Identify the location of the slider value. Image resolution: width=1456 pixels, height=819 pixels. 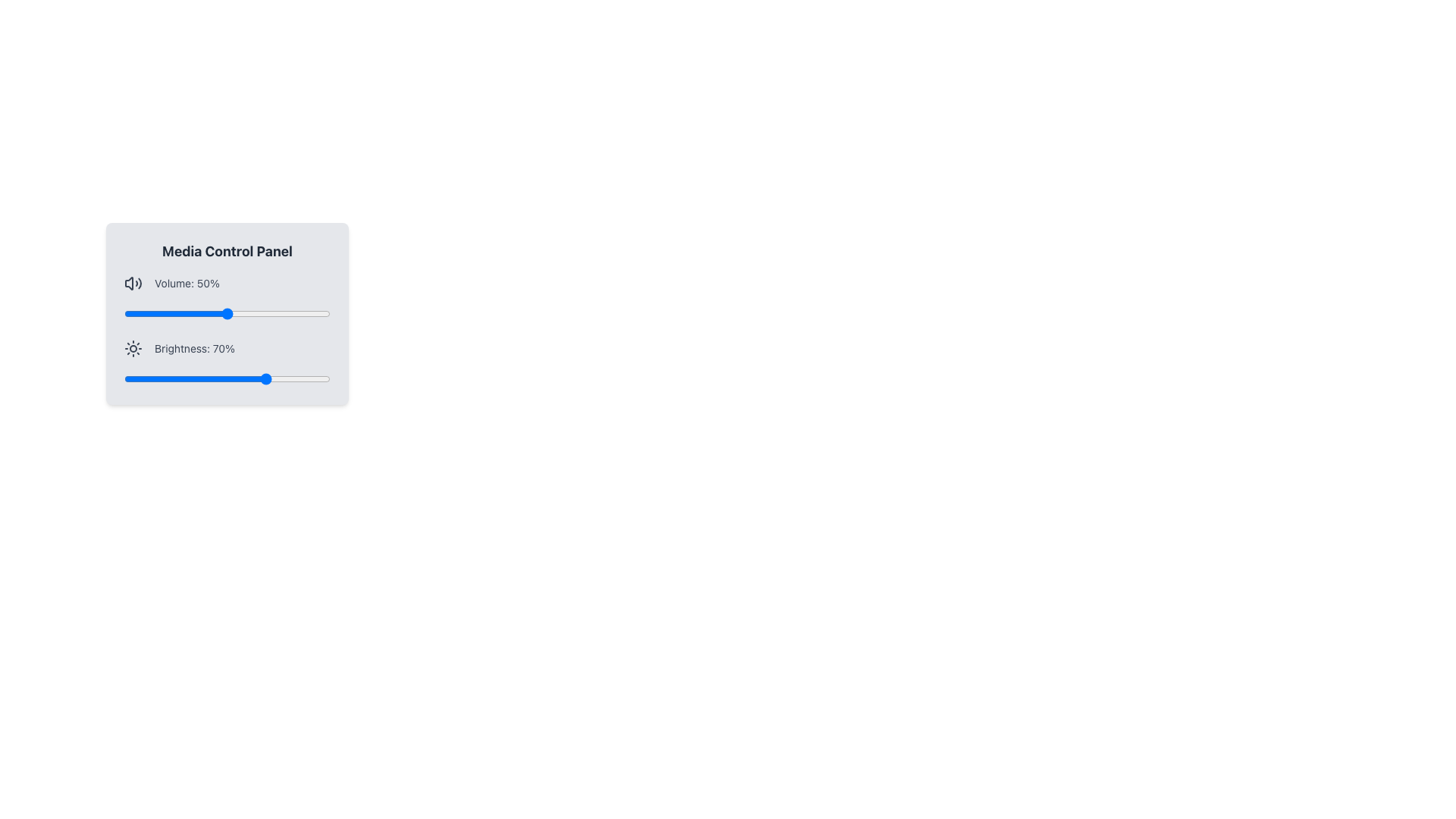
(210, 312).